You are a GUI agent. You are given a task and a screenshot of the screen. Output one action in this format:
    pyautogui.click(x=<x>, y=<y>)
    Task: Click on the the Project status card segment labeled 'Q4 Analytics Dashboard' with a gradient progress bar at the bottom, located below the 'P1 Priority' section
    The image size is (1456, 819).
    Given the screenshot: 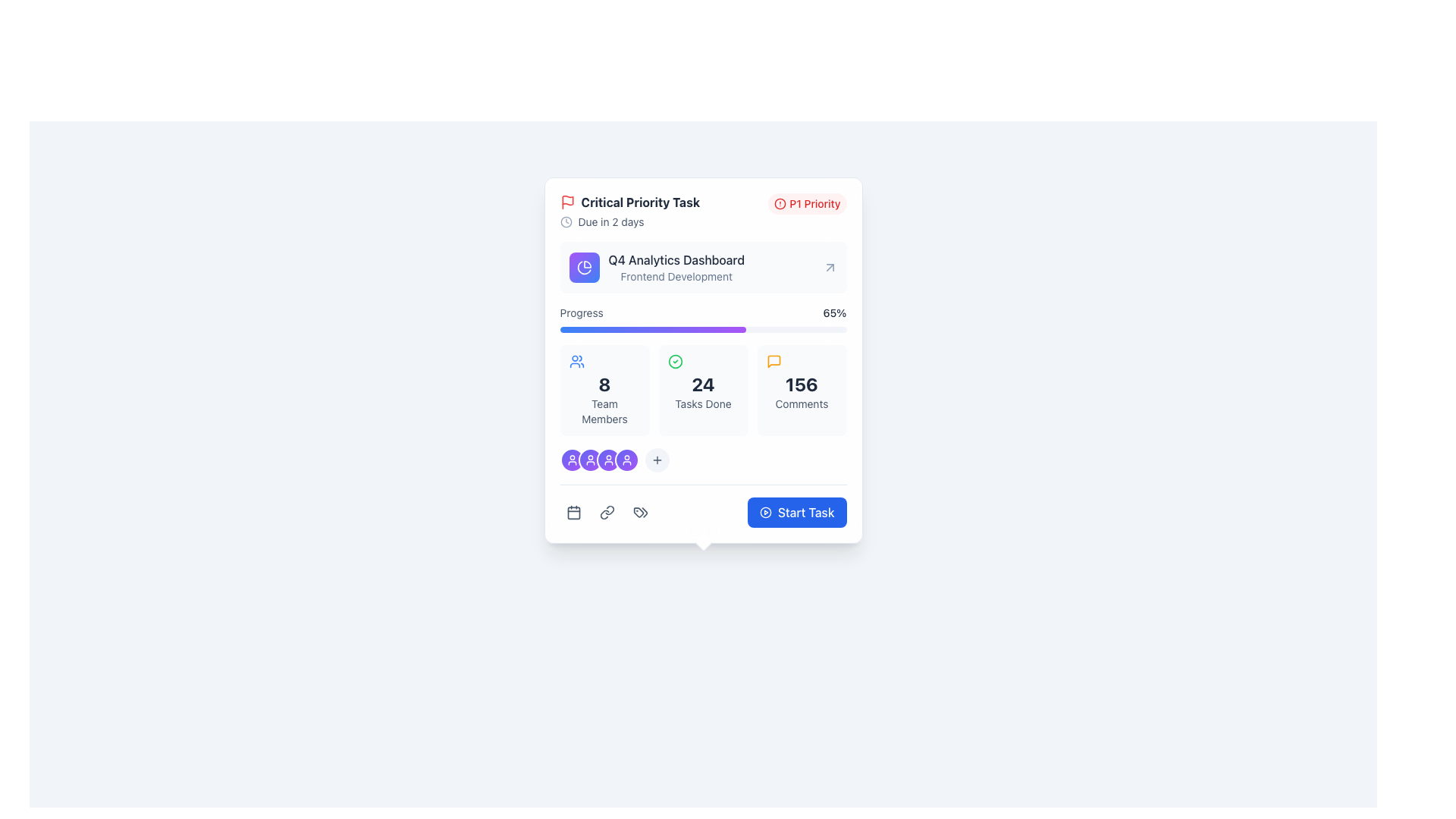 What is the action you would take?
    pyautogui.click(x=702, y=287)
    